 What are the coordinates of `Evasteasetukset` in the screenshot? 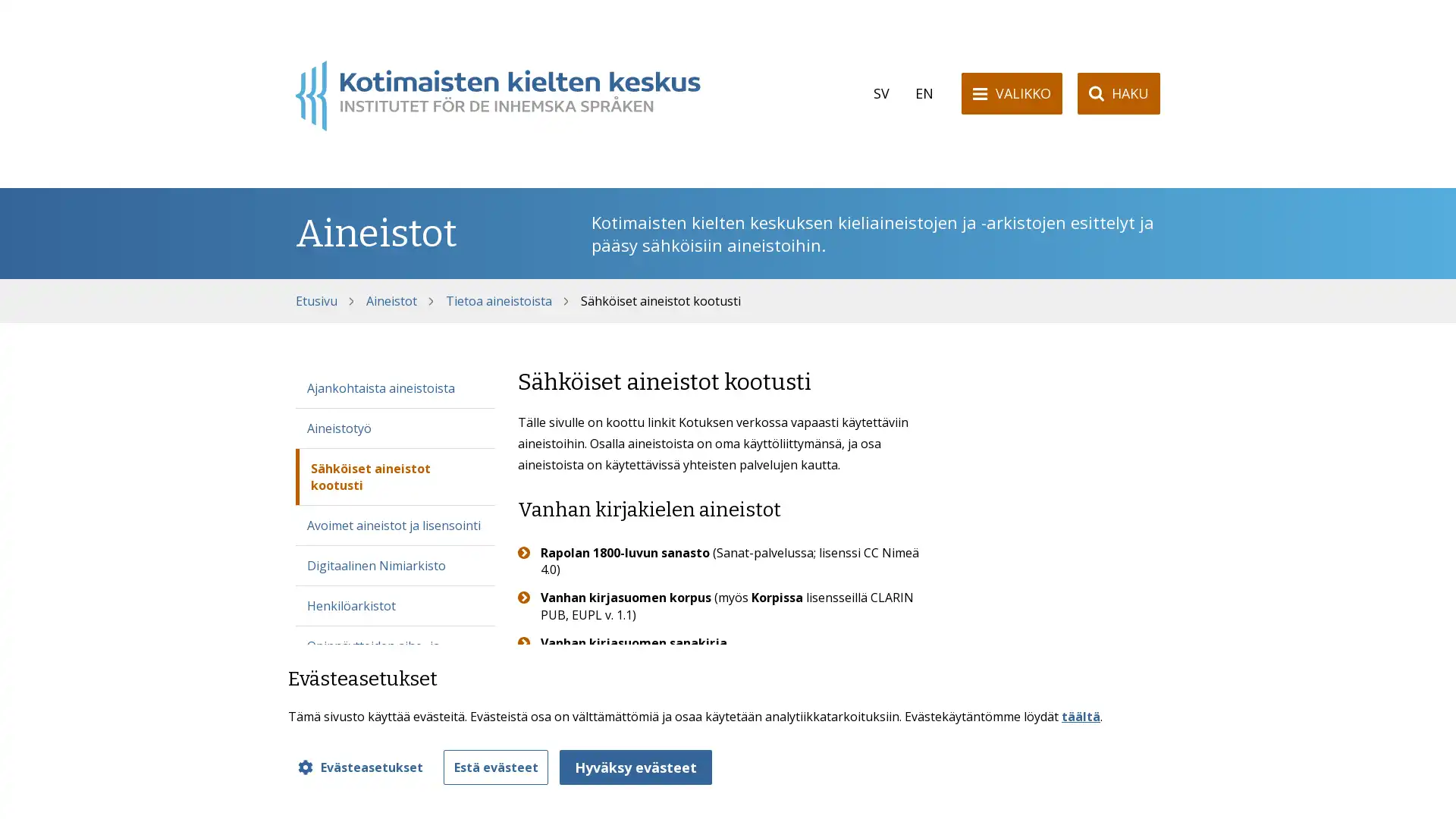 It's located at (359, 767).